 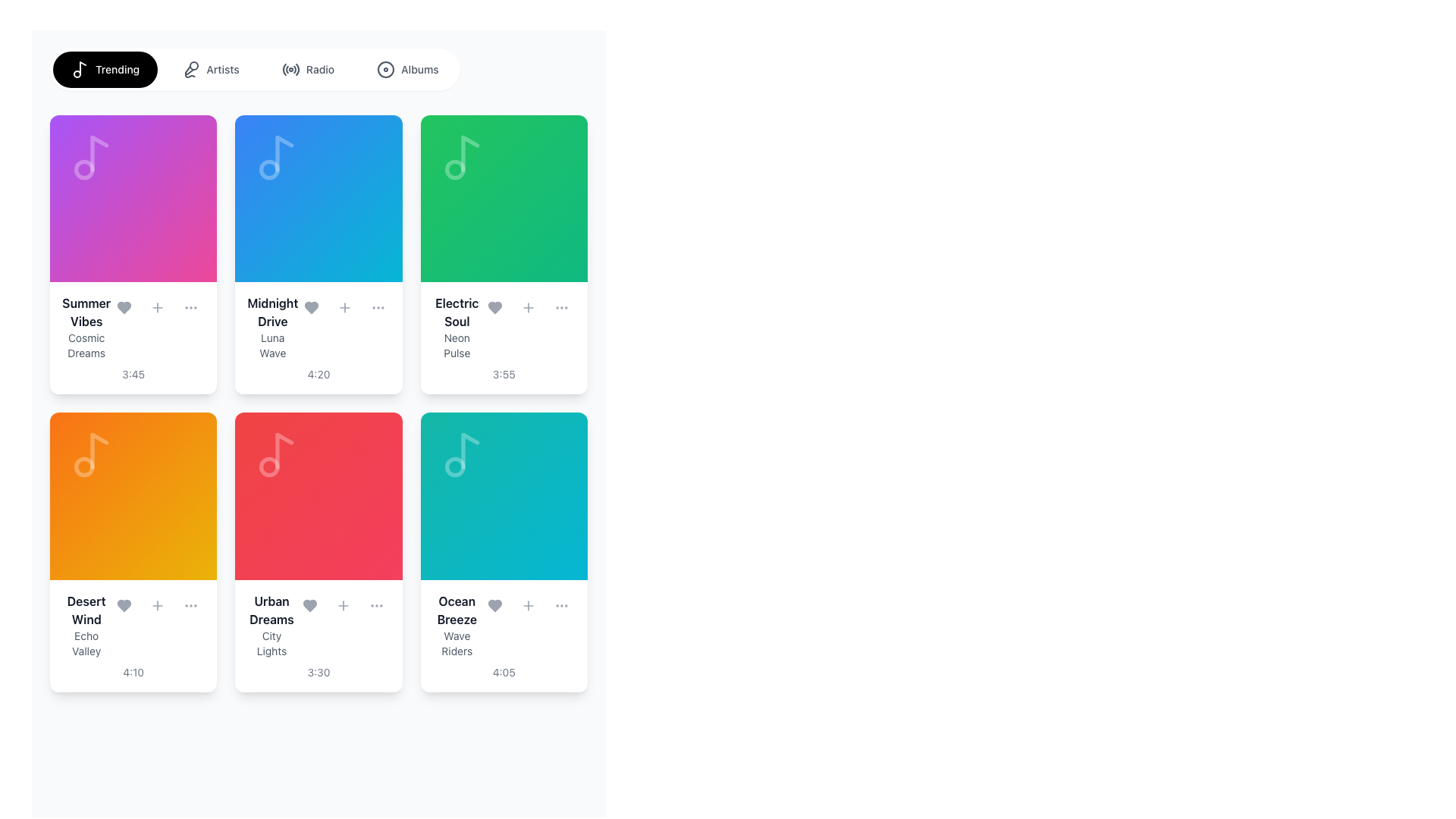 What do you see at coordinates (278, 454) in the screenshot?
I see `the decorative music icon located in the 'Urban Dreams' card in the second row, second column of the music library grid interface` at bounding box center [278, 454].